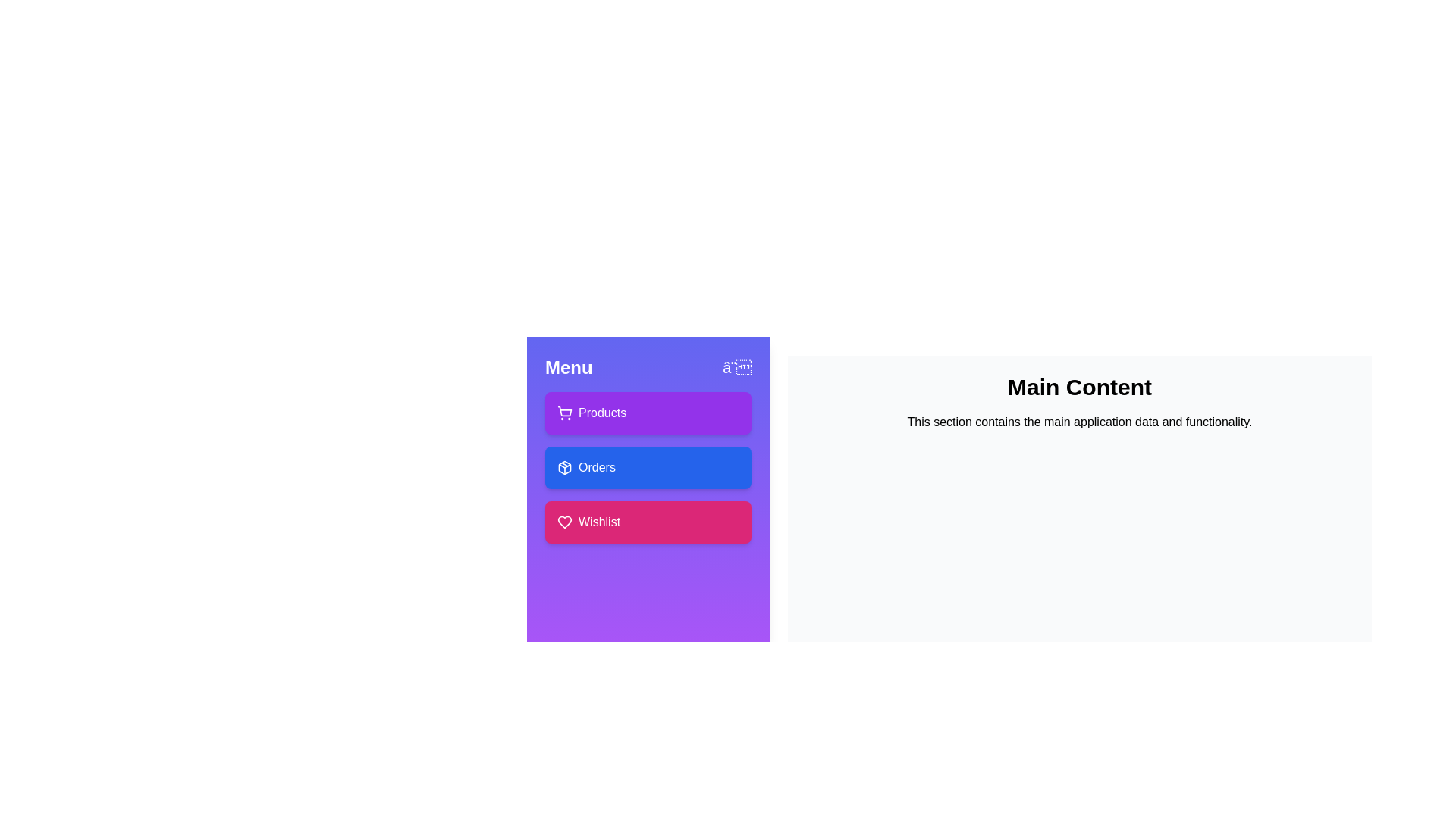 This screenshot has width=1456, height=819. Describe the element at coordinates (648, 522) in the screenshot. I see `the Wishlist button to navigate to the Wishlist section` at that location.